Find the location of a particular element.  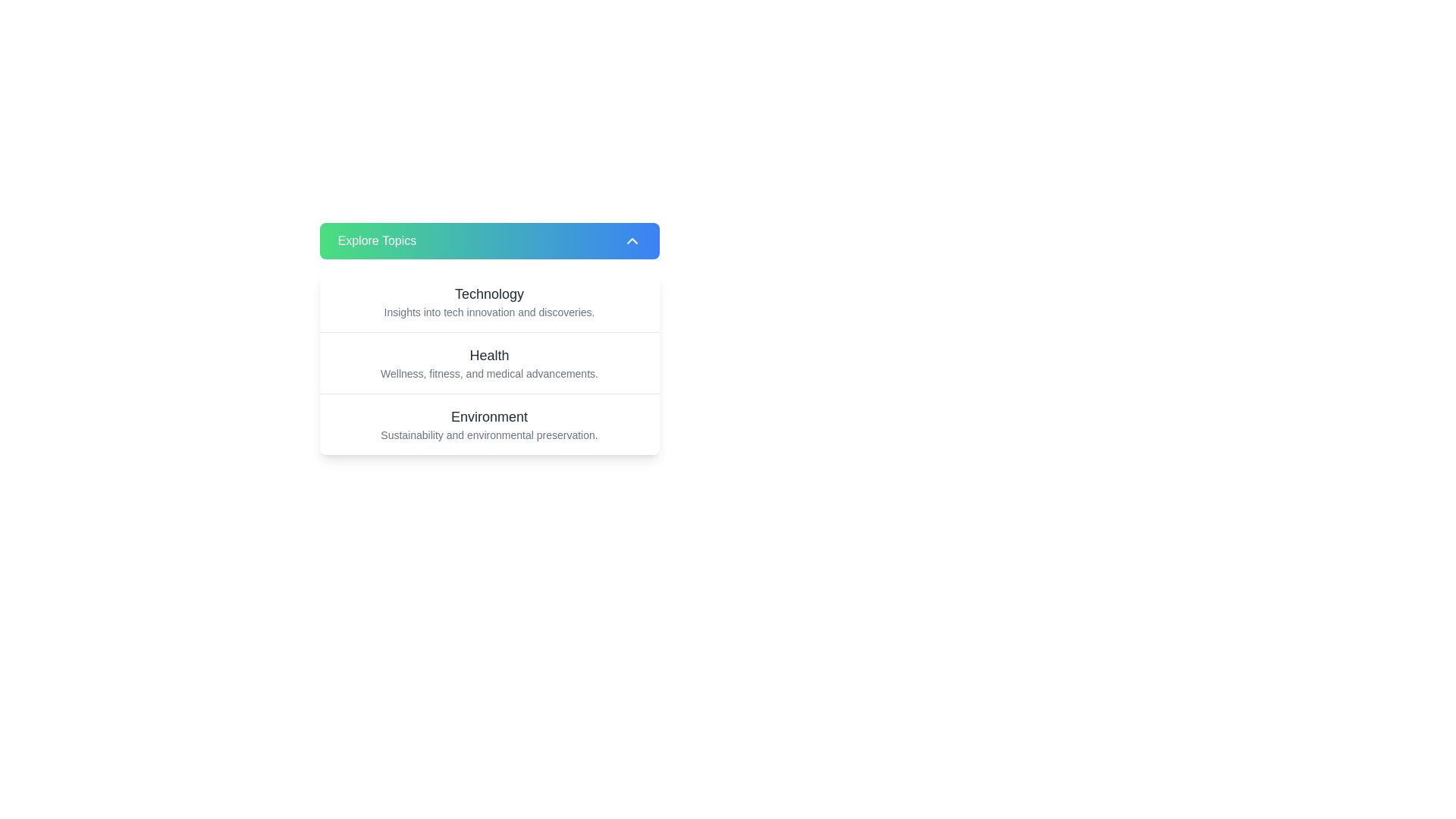

text label displaying 'Environment', which is a bold, large font styled in dark gray, positioned above a description about 'Sustainability and environmental preservation' is located at coordinates (489, 417).